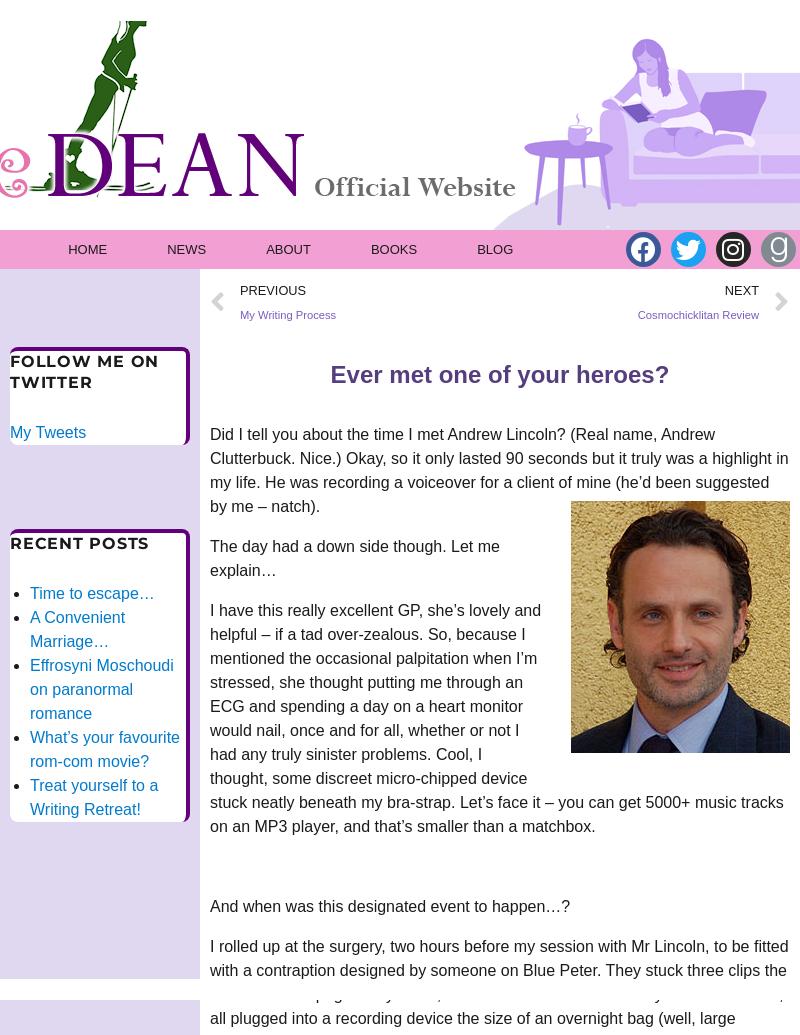 This screenshot has width=800, height=1035. Describe the element at coordinates (698, 314) in the screenshot. I see `'Cosmochicklitan Review'` at that location.